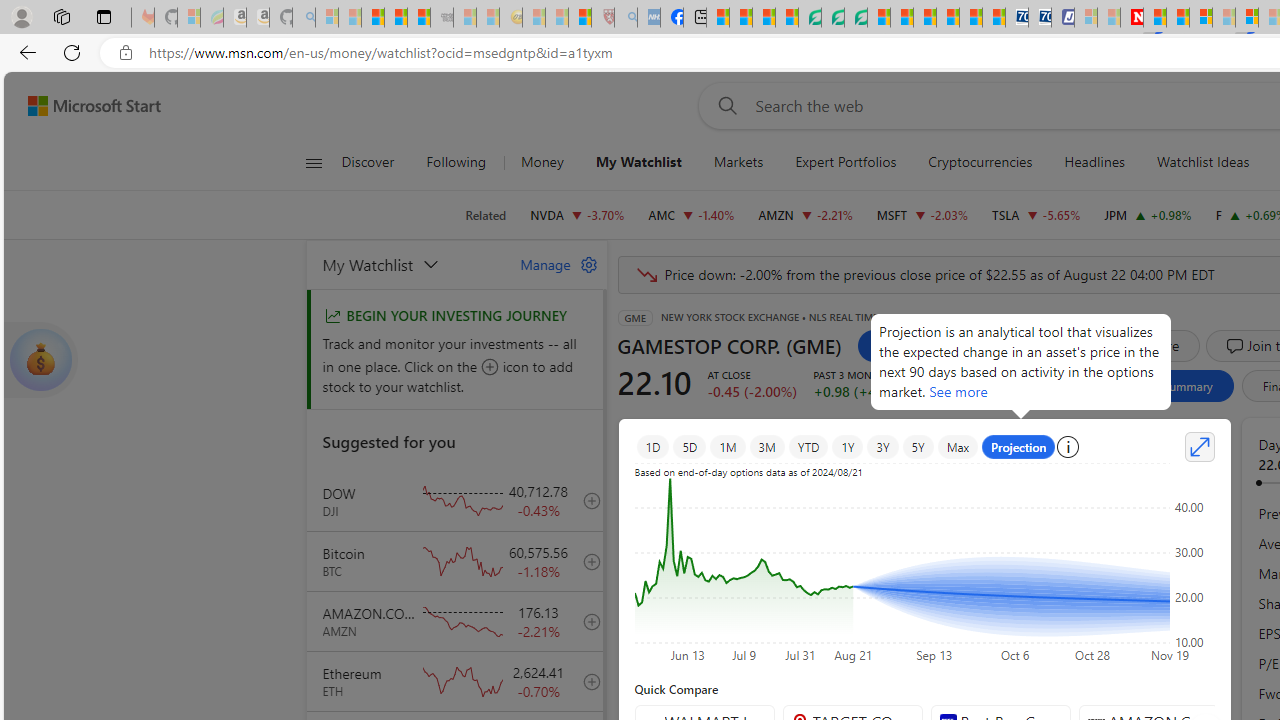  Describe the element at coordinates (637, 162) in the screenshot. I see `'My Watchlist'` at that location.